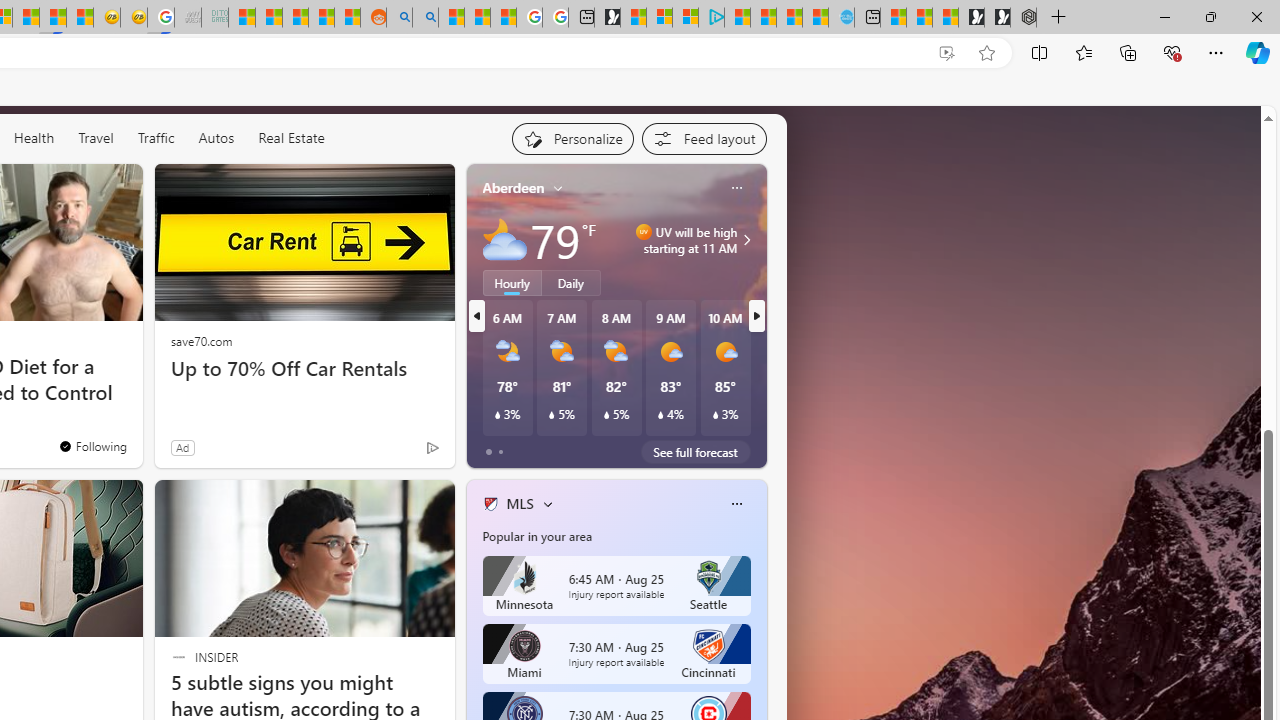 The width and height of the screenshot is (1280, 720). Describe the element at coordinates (290, 136) in the screenshot. I see `'Real Estate'` at that location.